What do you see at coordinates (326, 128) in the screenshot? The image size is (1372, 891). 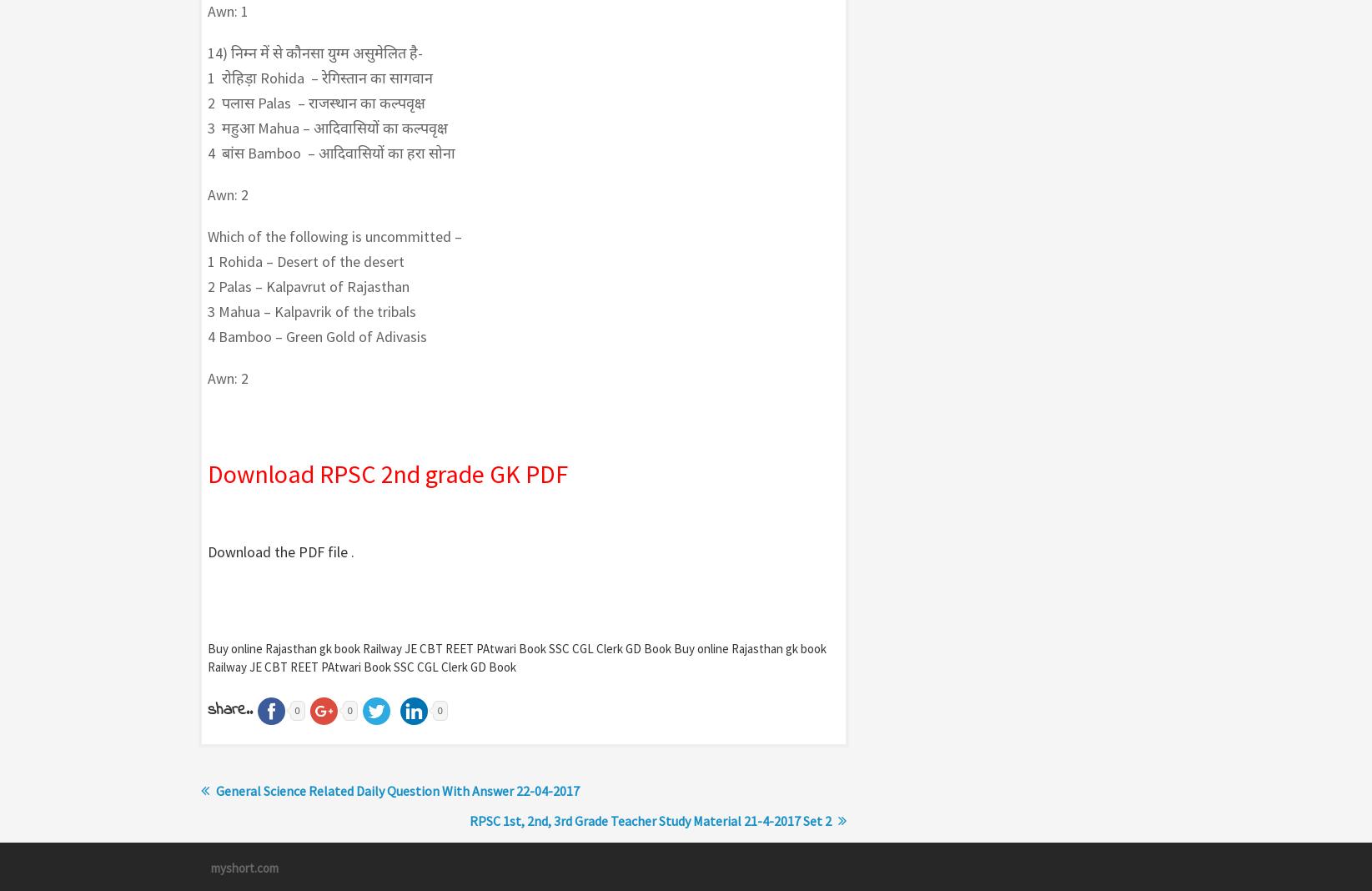 I see `'3  महुआ Mahua – आदिवासियों का कल्पवृक्ष'` at bounding box center [326, 128].